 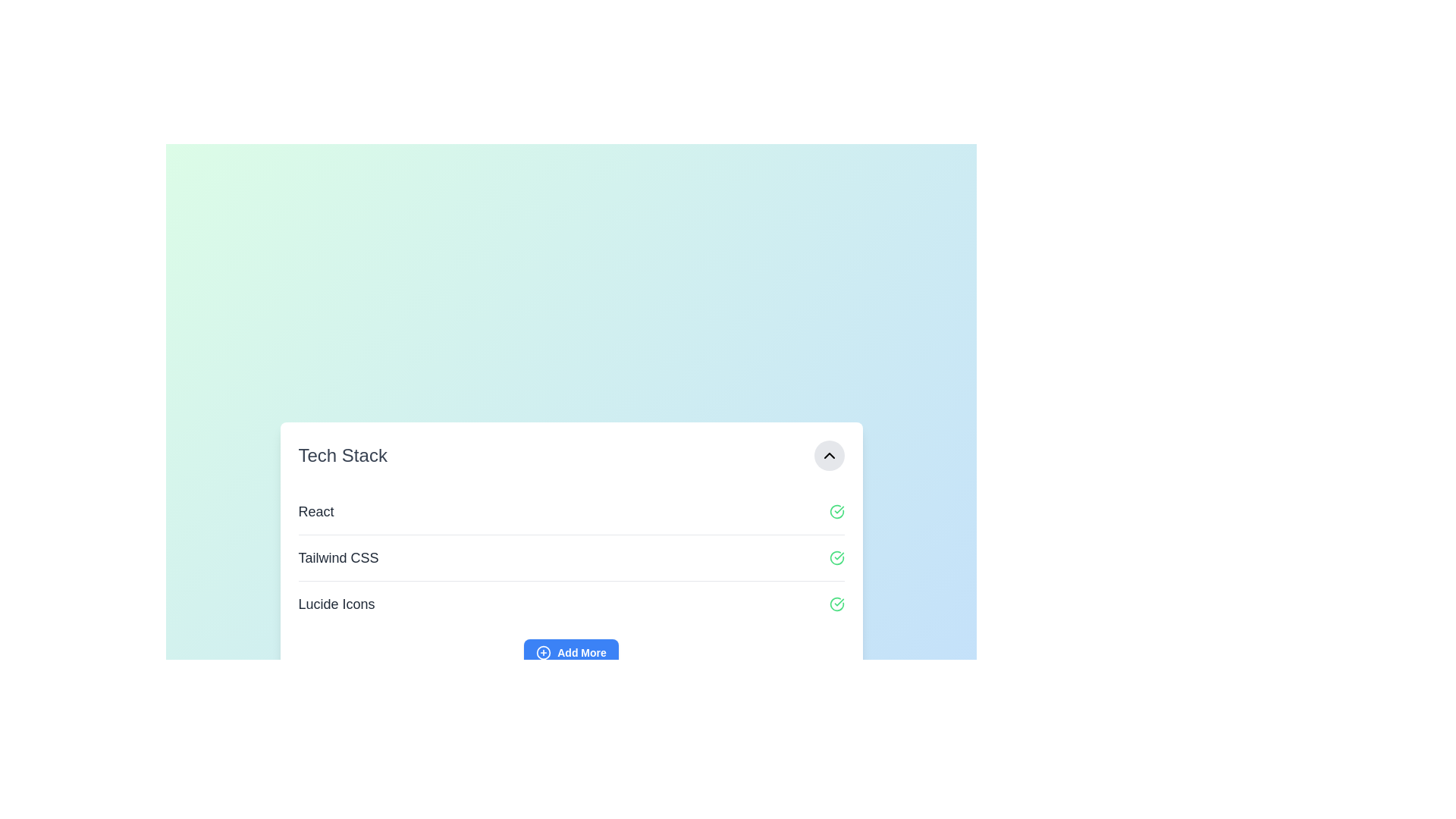 What do you see at coordinates (570, 651) in the screenshot?
I see `the button located at the bottom of the technology list` at bounding box center [570, 651].